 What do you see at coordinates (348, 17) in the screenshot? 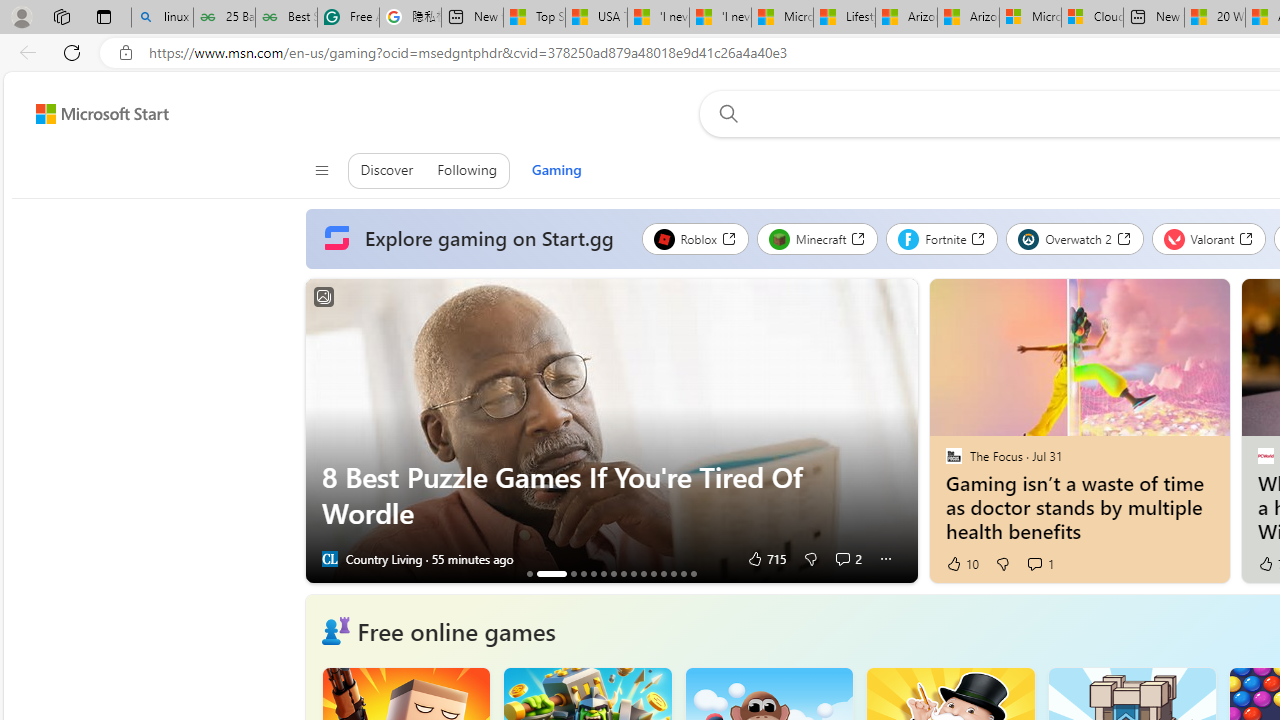
I see `'Free AI Writing Assistance for Students | Grammarly'` at bounding box center [348, 17].